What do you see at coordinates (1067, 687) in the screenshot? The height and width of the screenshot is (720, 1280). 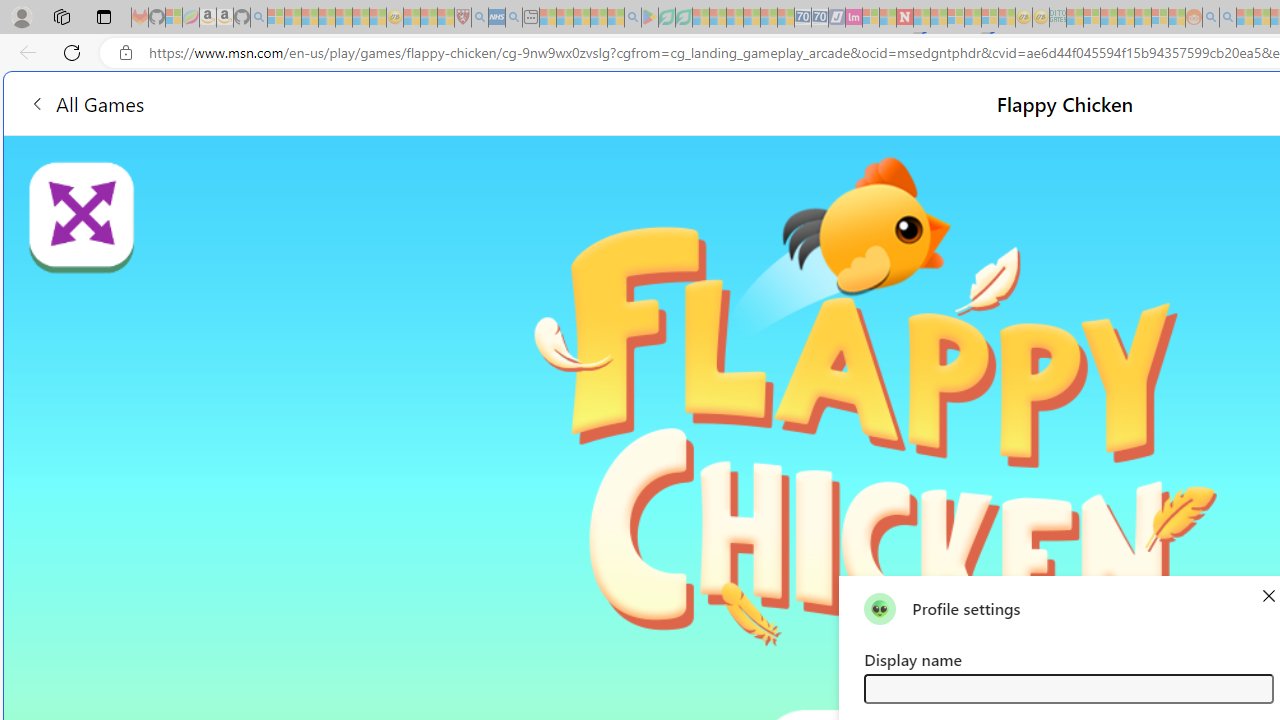 I see `'Class: text-input'` at bounding box center [1067, 687].